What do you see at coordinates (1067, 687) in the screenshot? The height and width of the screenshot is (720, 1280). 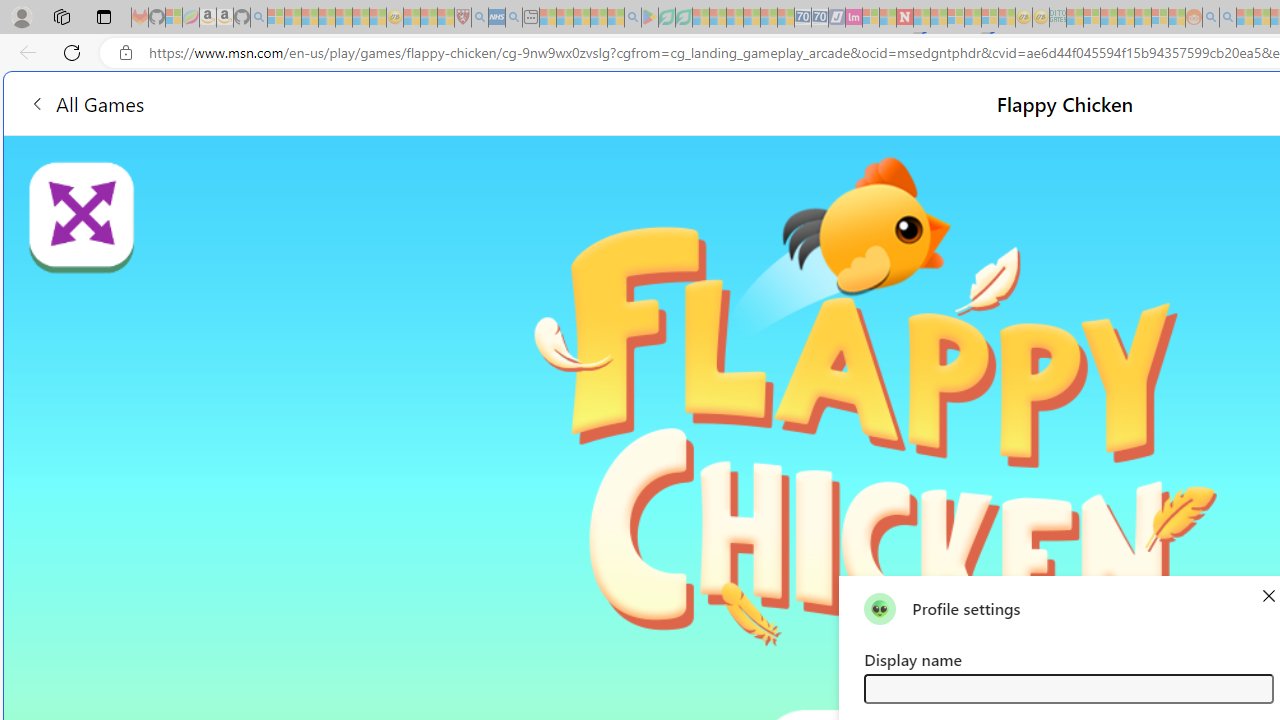 I see `'Class: text-input'` at bounding box center [1067, 687].